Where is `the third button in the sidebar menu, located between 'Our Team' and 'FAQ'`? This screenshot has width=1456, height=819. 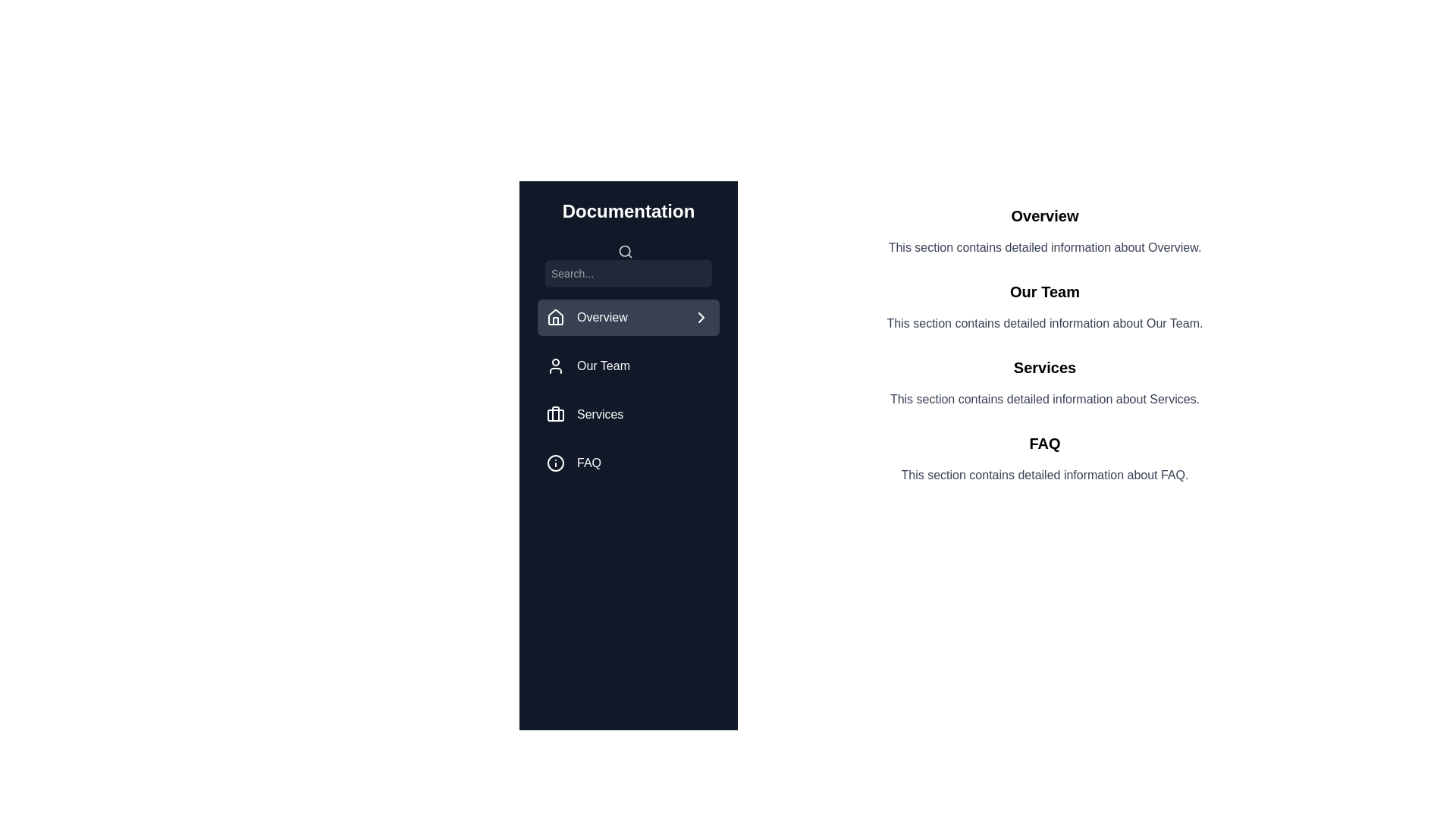 the third button in the sidebar menu, located between 'Our Team' and 'FAQ' is located at coordinates (629, 415).